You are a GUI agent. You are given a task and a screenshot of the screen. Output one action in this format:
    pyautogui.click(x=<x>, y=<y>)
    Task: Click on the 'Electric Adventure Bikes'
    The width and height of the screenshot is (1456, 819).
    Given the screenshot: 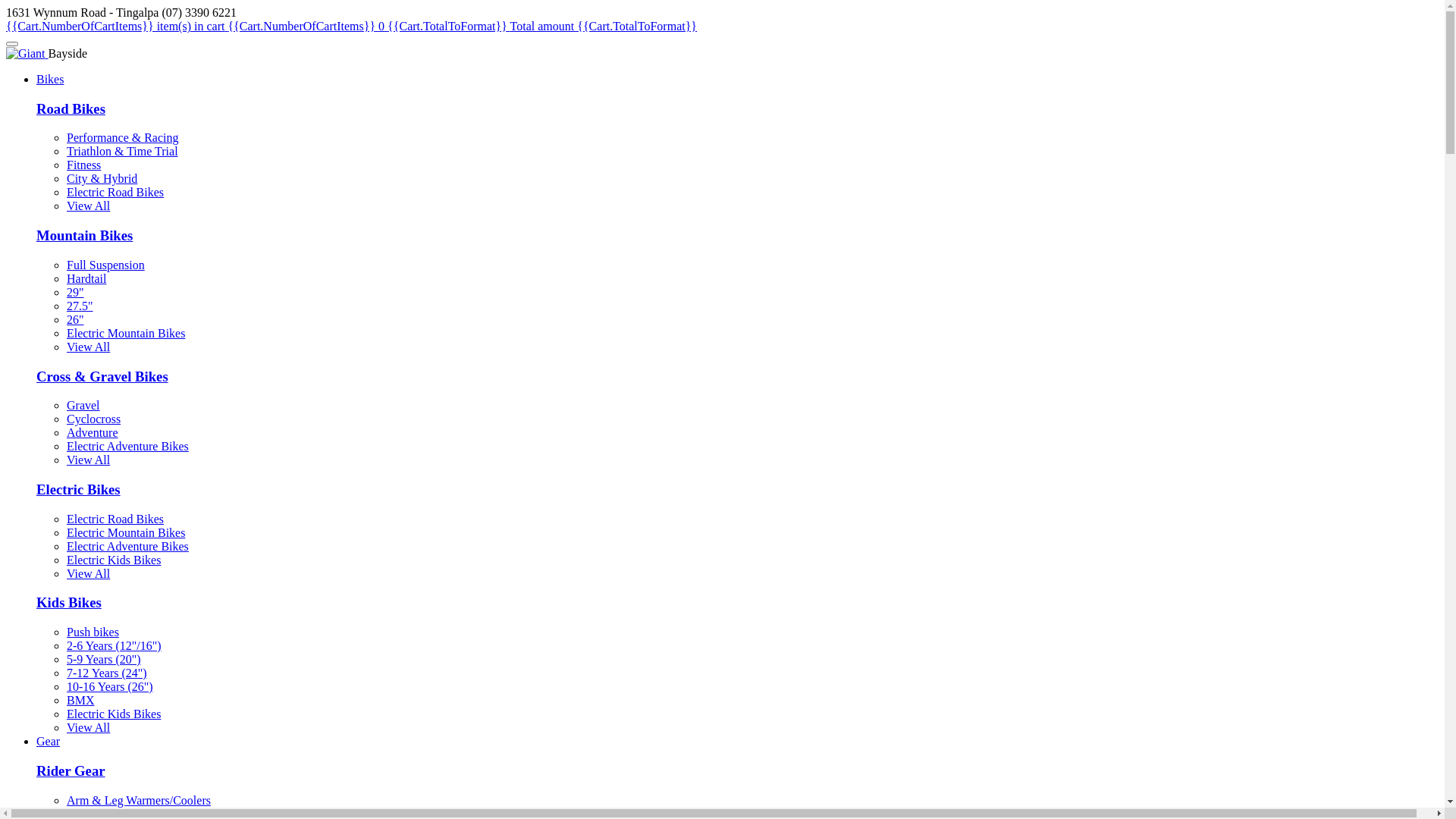 What is the action you would take?
    pyautogui.click(x=127, y=445)
    